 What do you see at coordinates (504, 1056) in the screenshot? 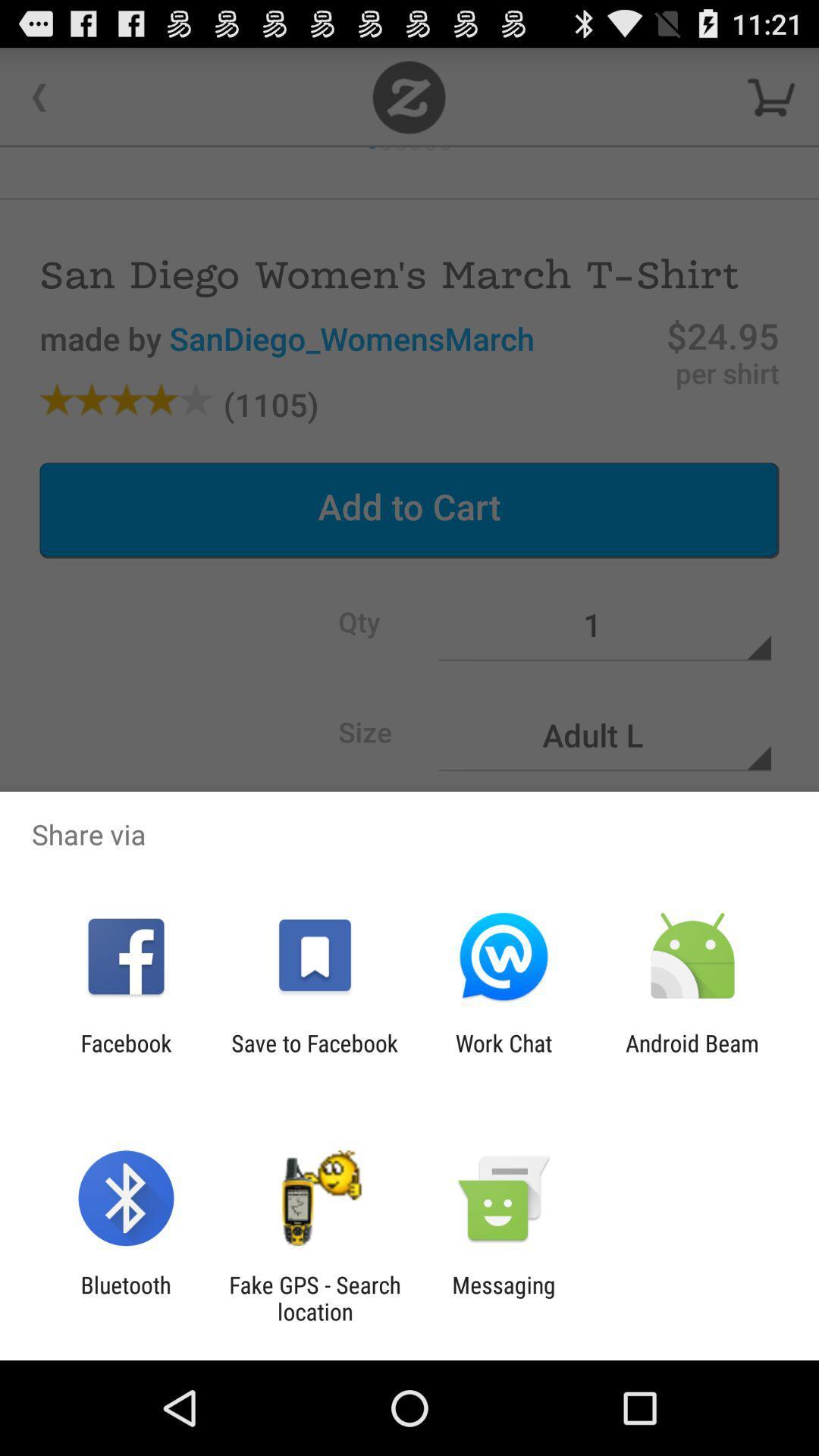
I see `work chat icon` at bounding box center [504, 1056].